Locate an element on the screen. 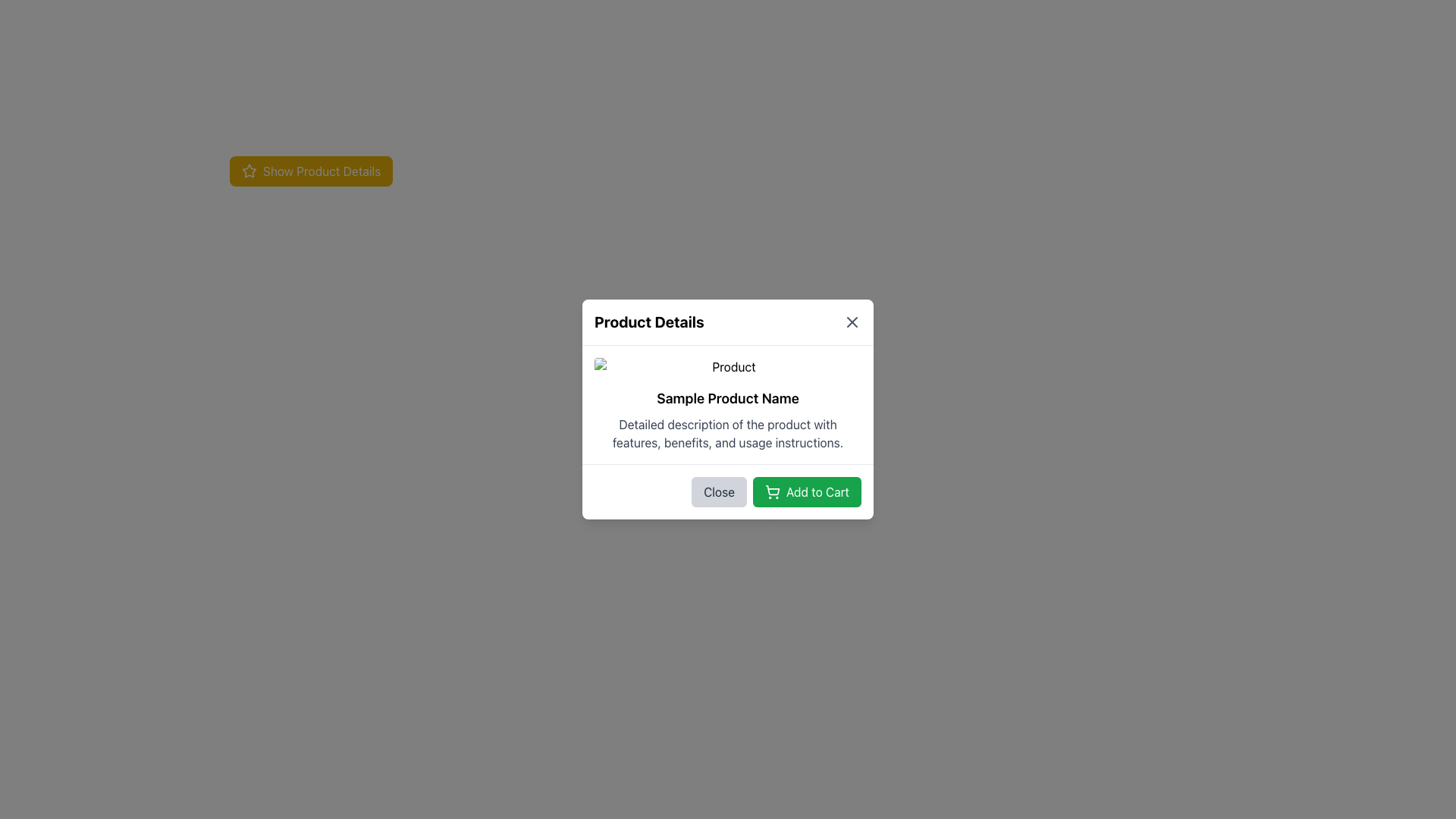  the Close Button icon located at the top right corner of the 'Product Details' modal to observe a color change effect is located at coordinates (852, 321).